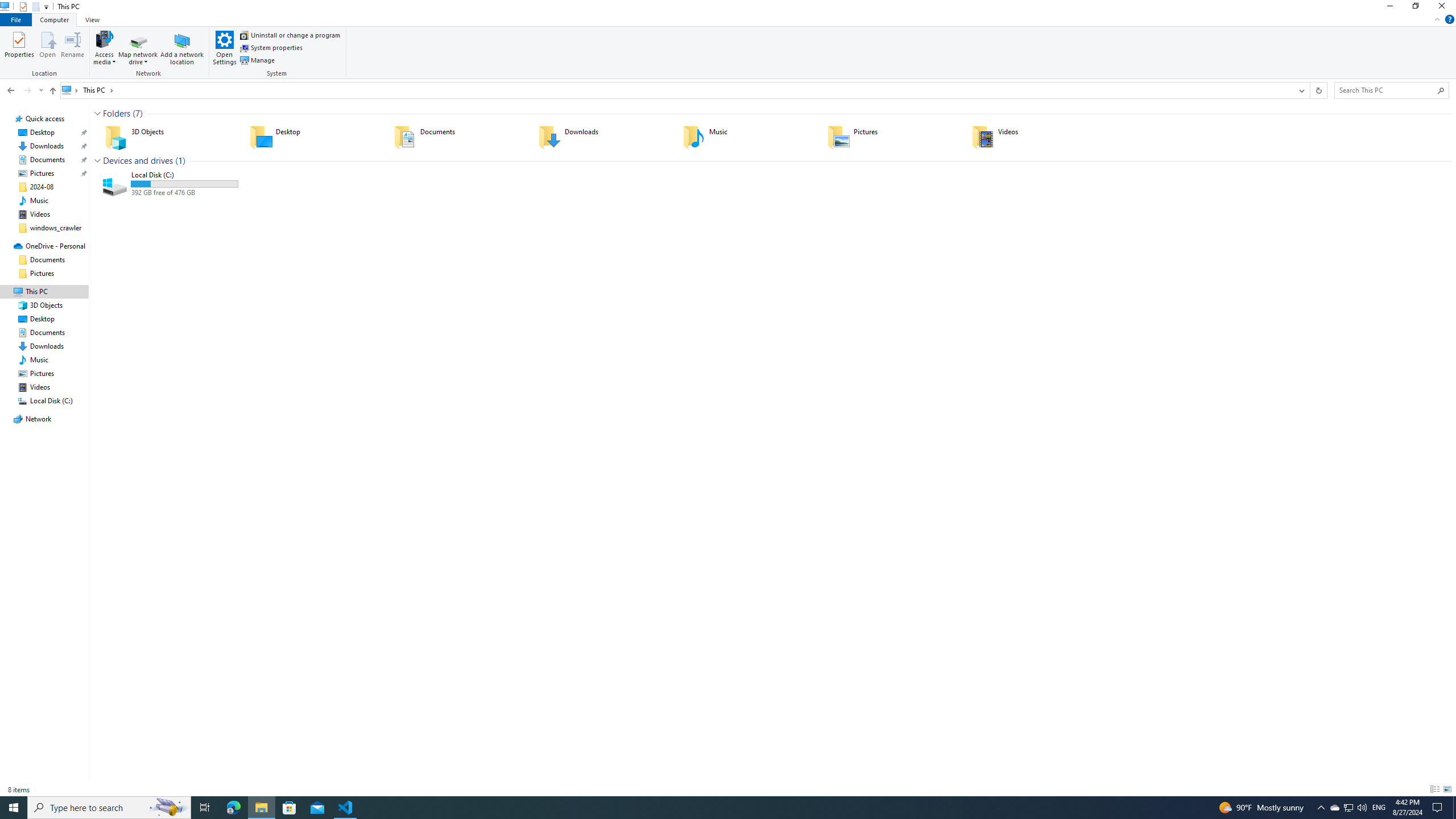 This screenshot has width=1456, height=819. I want to click on 'Refresh "This PC" (F5)', so click(1318, 90).